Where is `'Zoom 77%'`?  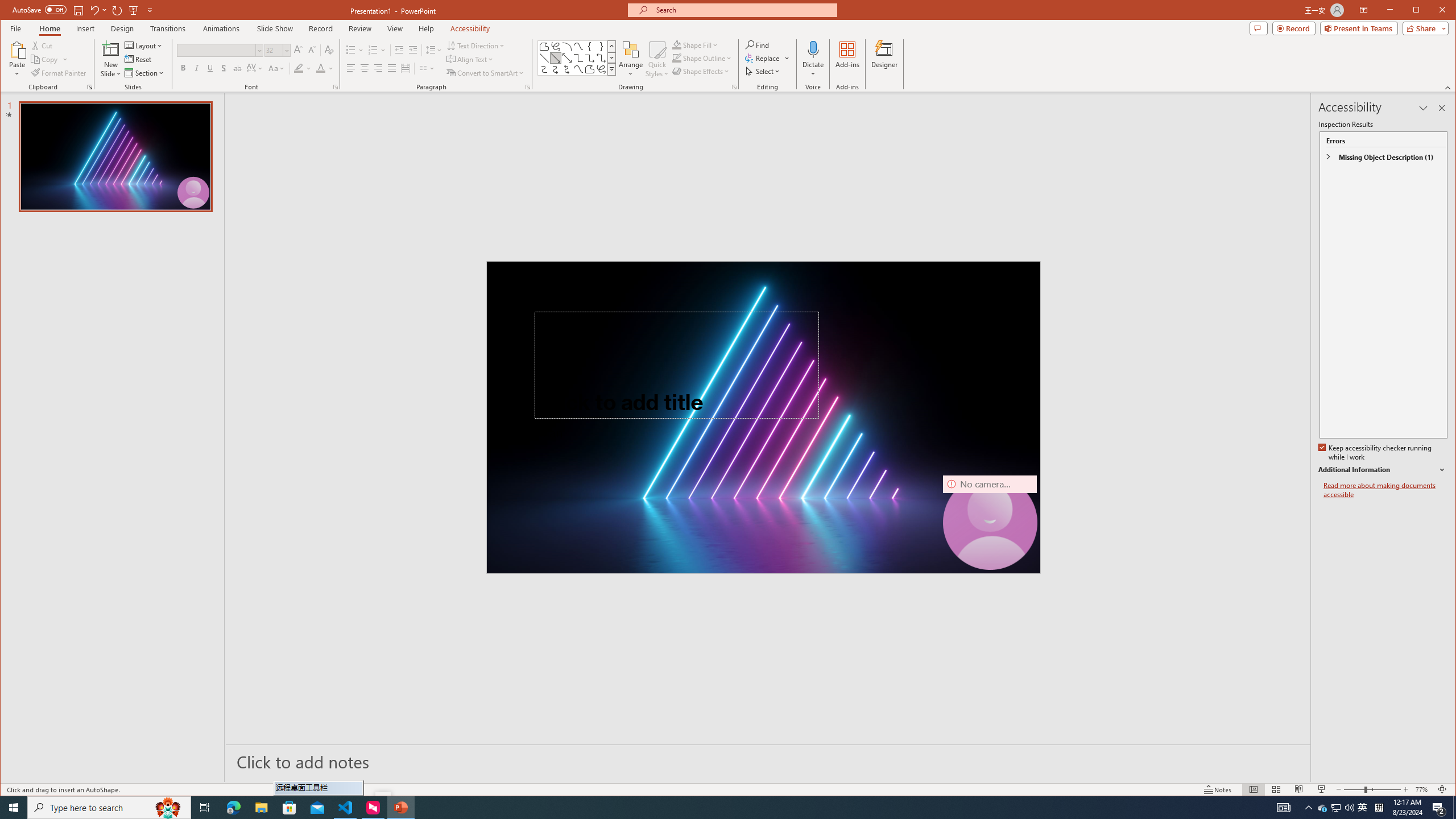
'Zoom 77%' is located at coordinates (1423, 789).